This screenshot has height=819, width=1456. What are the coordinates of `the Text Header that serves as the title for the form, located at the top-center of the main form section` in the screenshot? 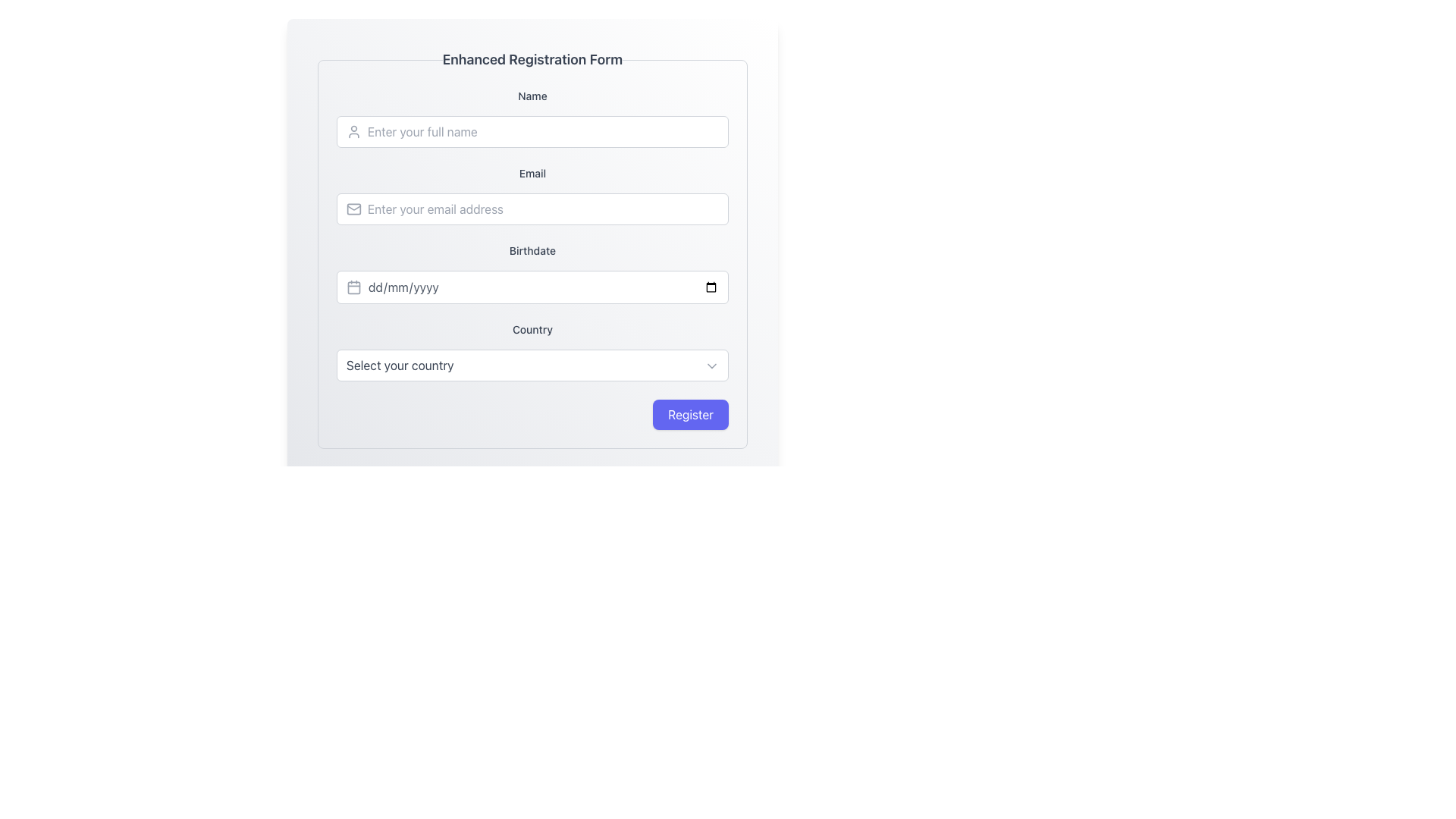 It's located at (532, 58).